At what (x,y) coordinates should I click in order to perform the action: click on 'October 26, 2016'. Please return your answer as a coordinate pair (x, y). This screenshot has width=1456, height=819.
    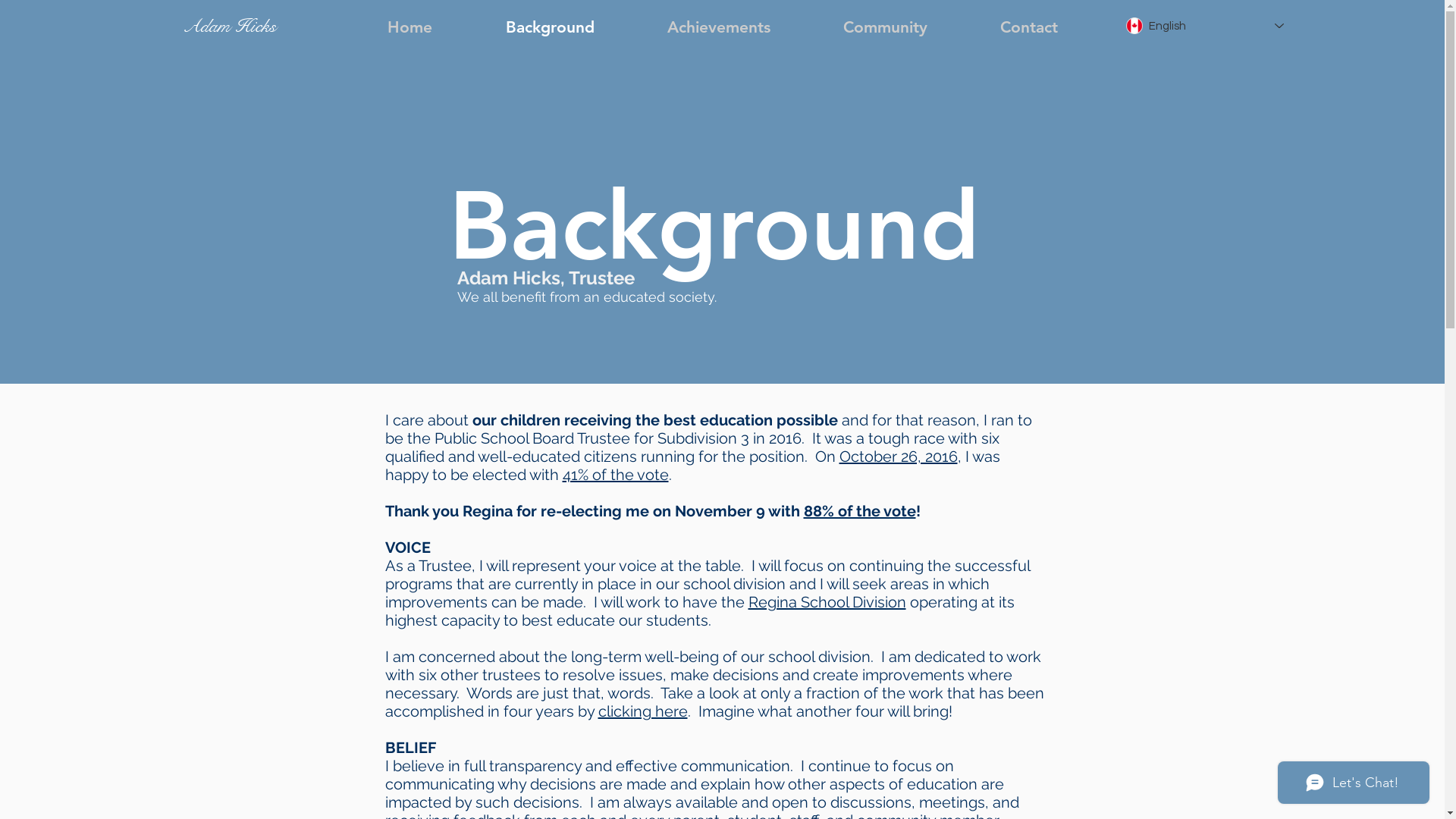
    Looking at the image, I should click on (898, 455).